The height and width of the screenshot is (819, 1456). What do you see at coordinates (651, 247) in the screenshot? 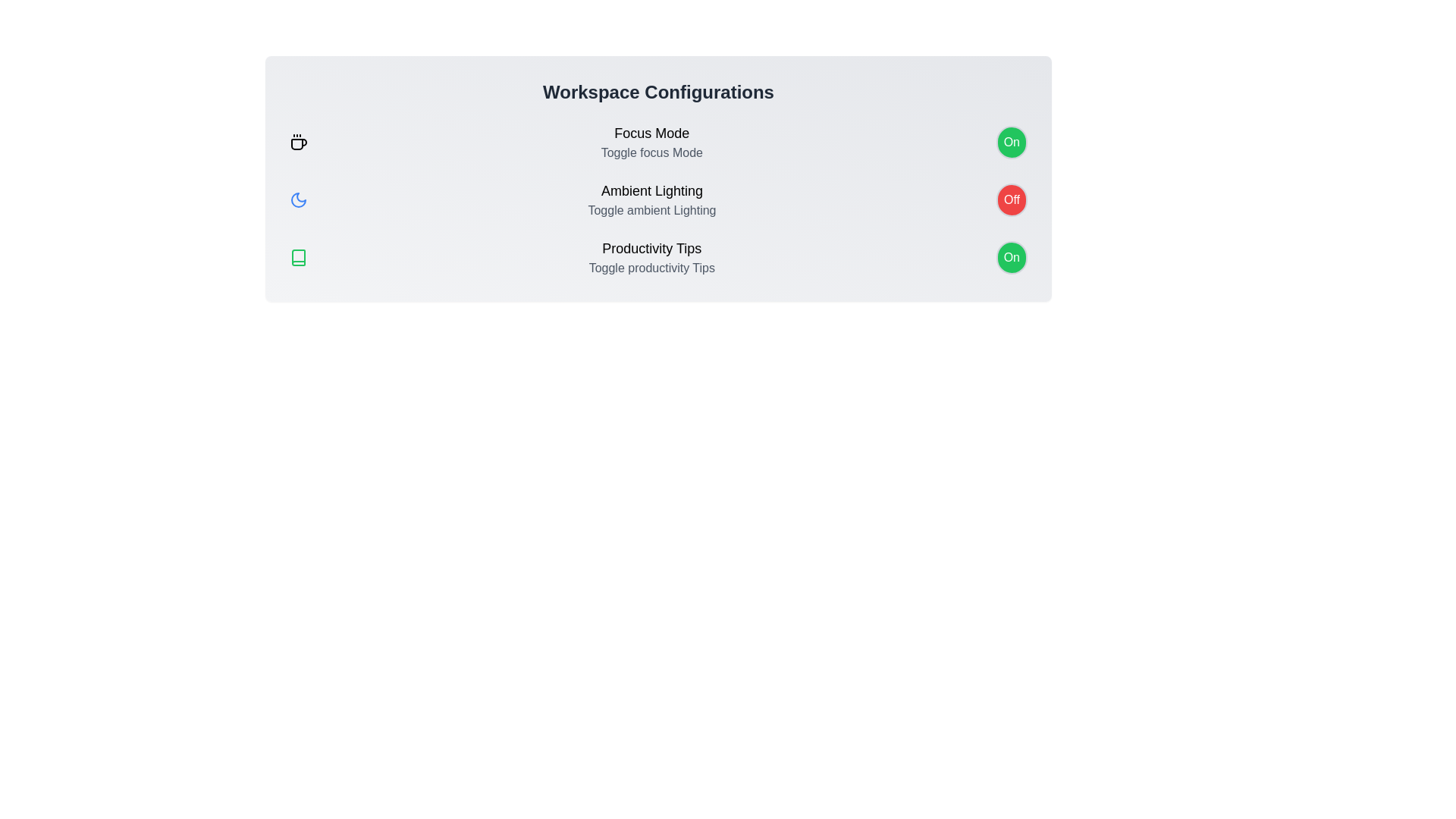
I see `the descriptive text for the configuration option Productivity Tips` at bounding box center [651, 247].